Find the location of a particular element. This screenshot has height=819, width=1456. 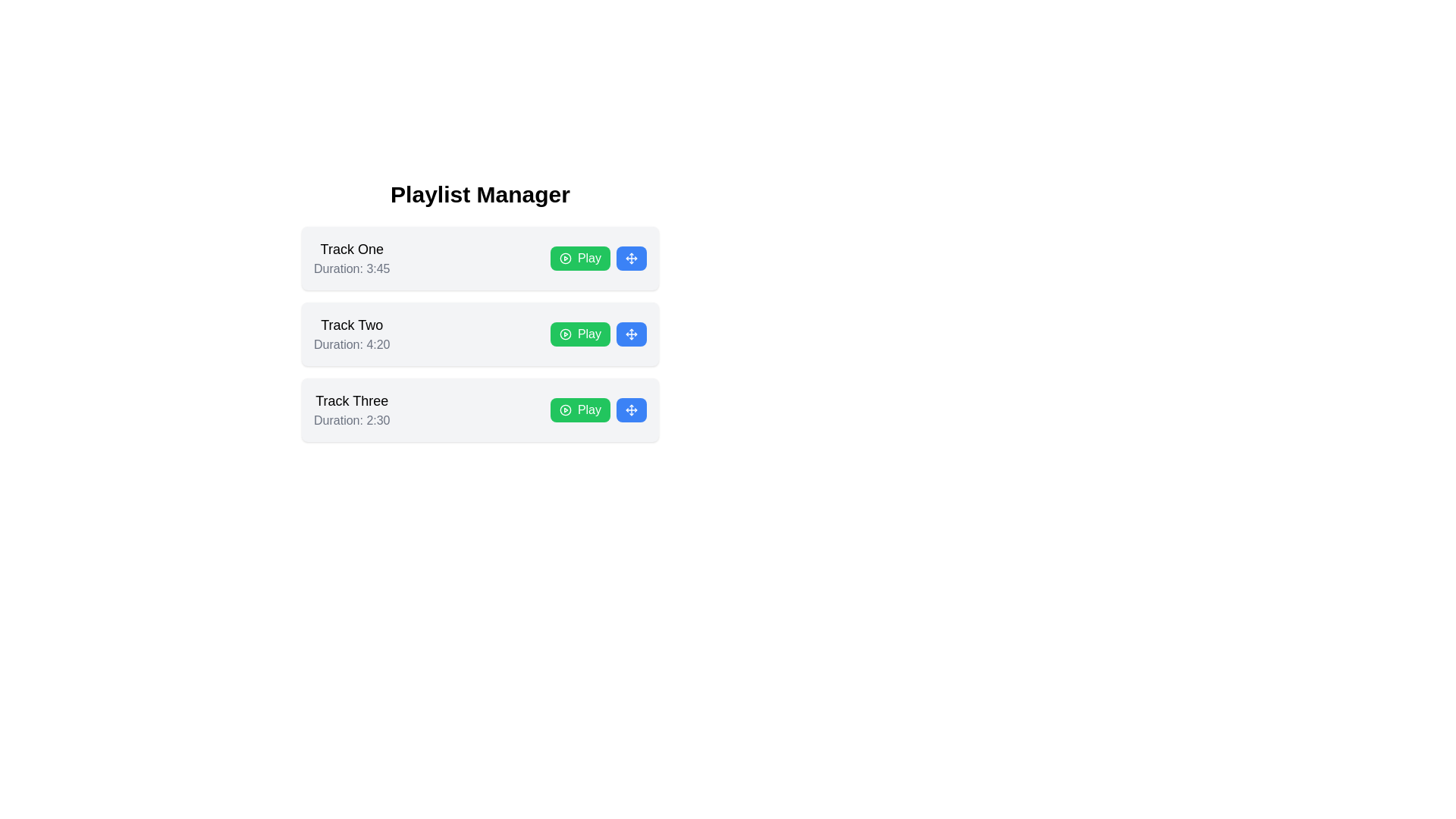

the green circular play icon inside the 'Play' button of 'Track Three' in the playlist manager is located at coordinates (564, 409).